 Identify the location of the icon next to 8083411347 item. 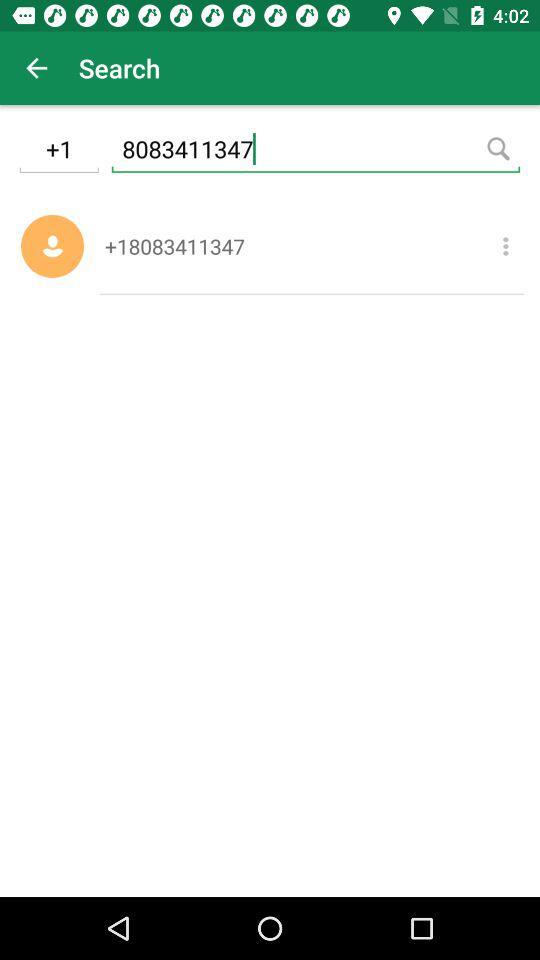
(59, 151).